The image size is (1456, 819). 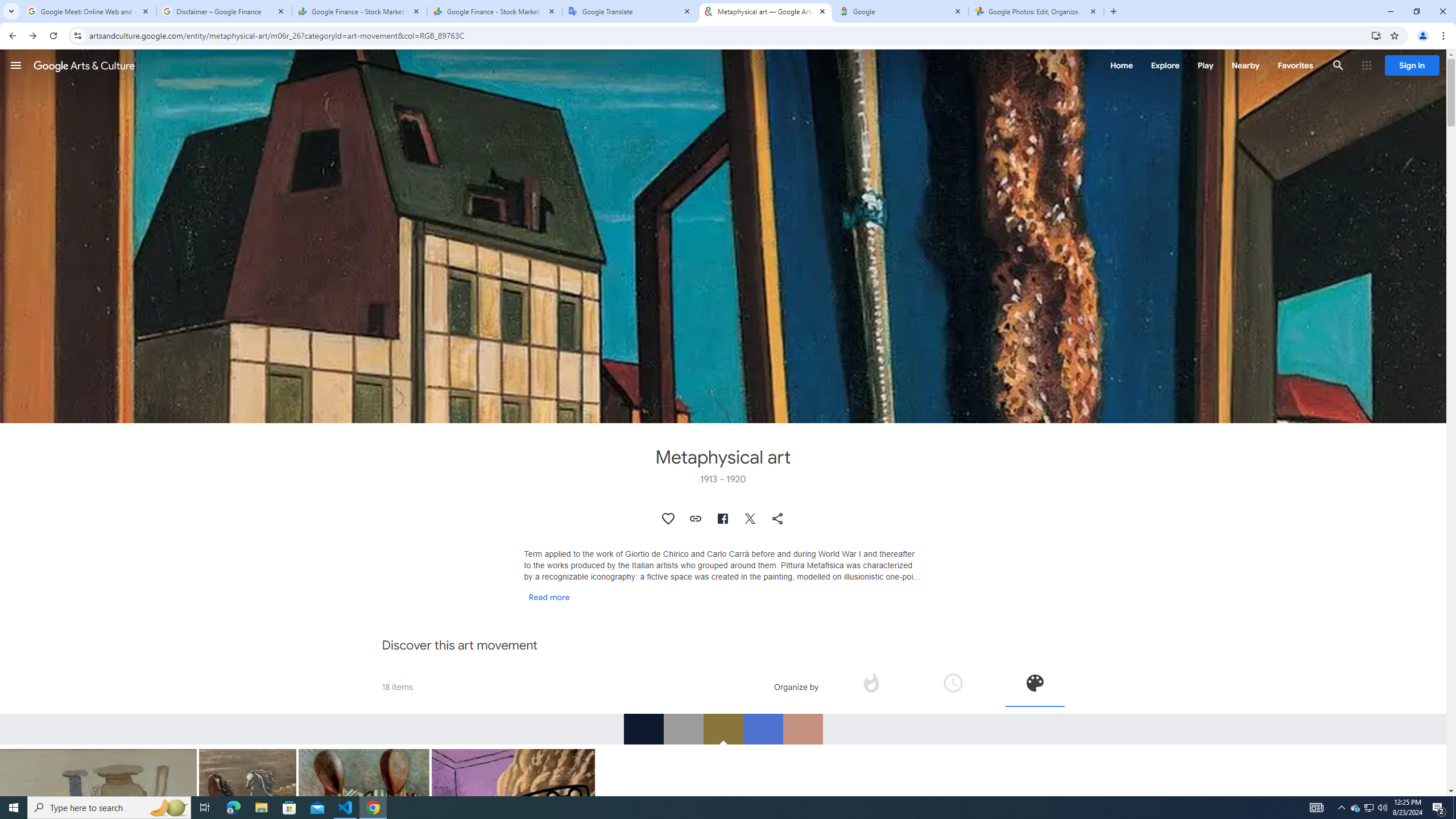 What do you see at coordinates (723, 728) in the screenshot?
I see `'RGB_89763C'` at bounding box center [723, 728].